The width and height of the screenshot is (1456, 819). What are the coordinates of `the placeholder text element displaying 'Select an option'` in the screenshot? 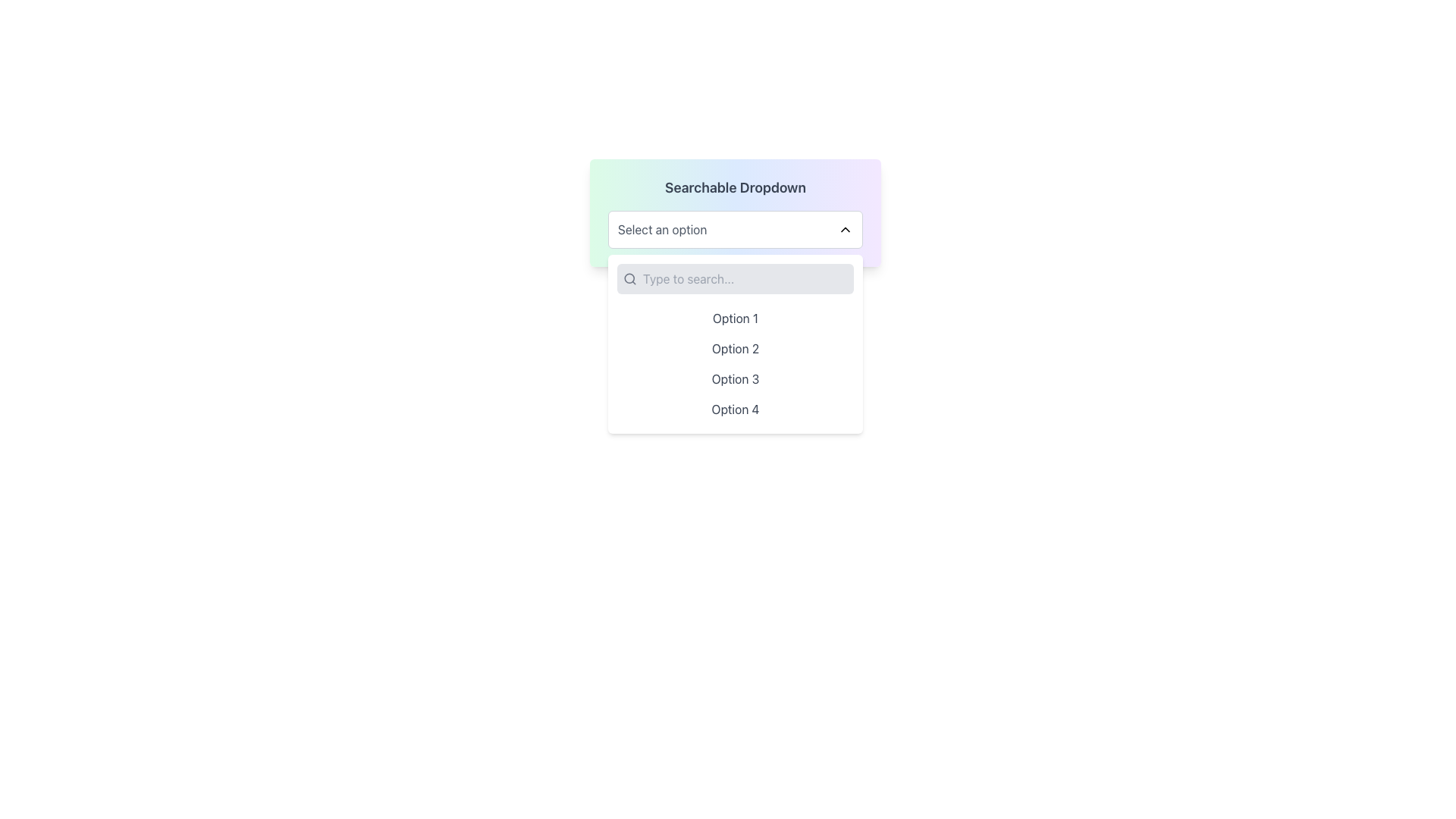 It's located at (662, 230).